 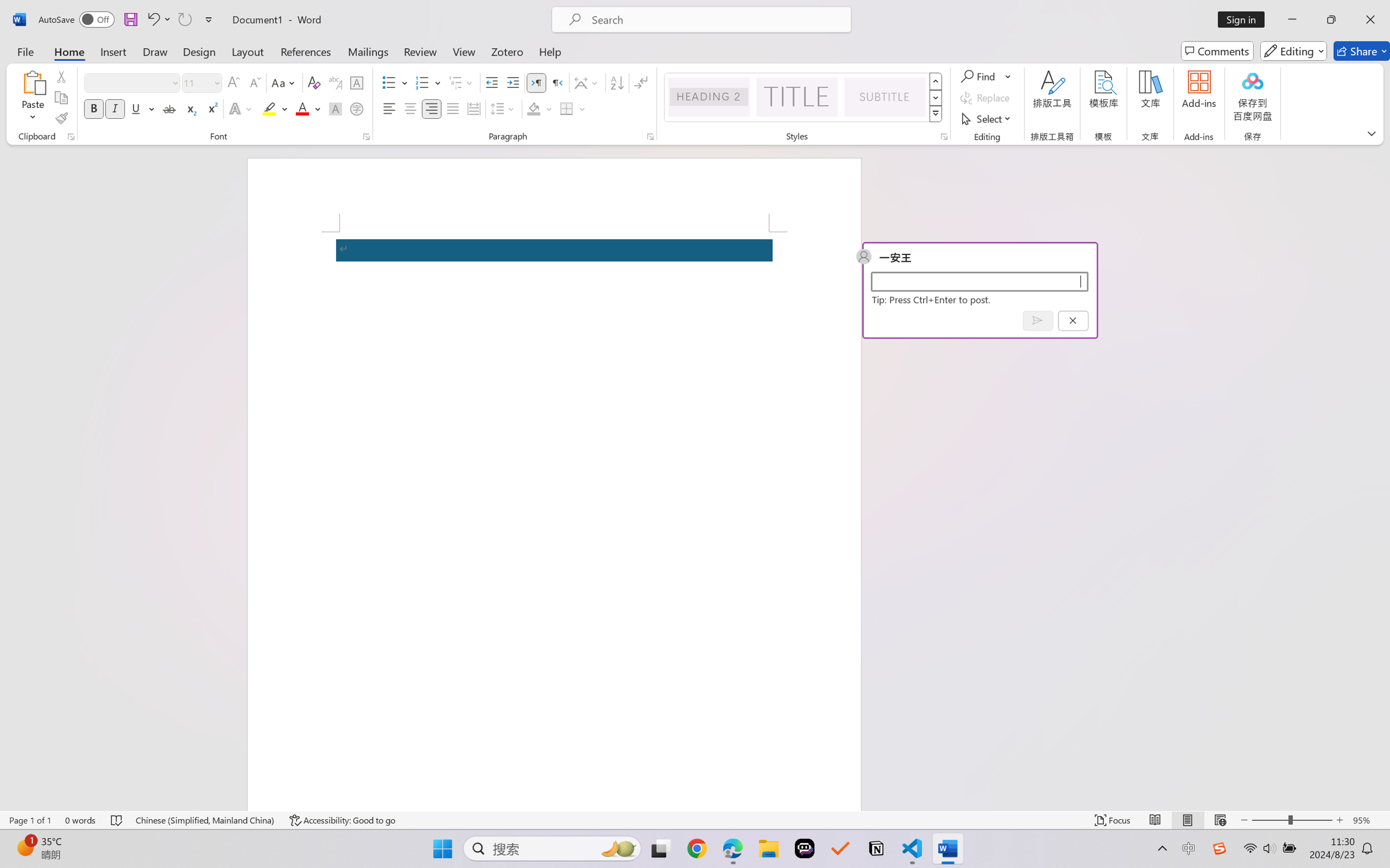 I want to click on 'Sign in', so click(x=1245, y=19).